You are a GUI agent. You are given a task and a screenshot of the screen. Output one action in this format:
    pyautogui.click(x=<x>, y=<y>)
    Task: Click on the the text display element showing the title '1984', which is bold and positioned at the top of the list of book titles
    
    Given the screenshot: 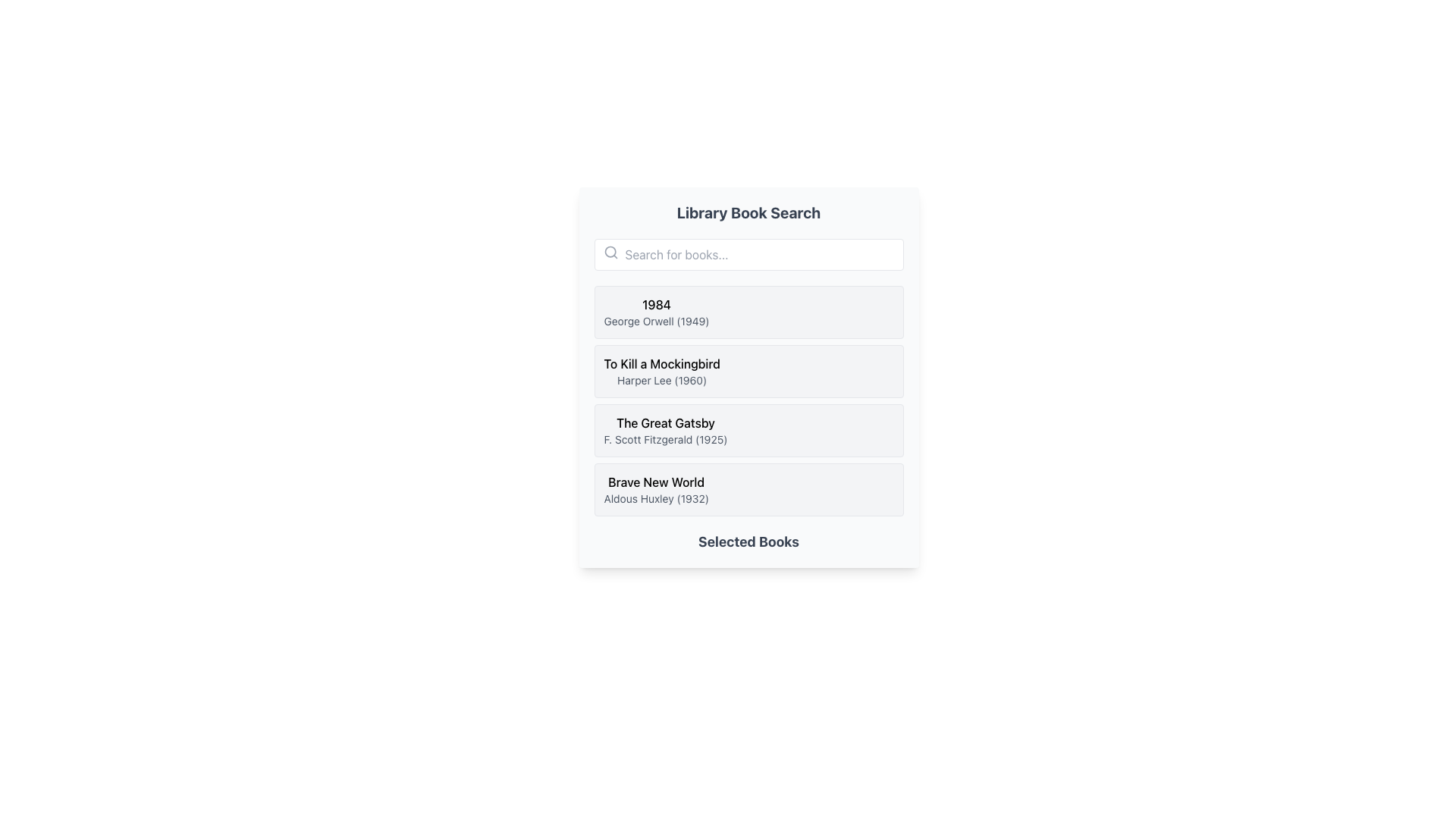 What is the action you would take?
    pyautogui.click(x=657, y=304)
    